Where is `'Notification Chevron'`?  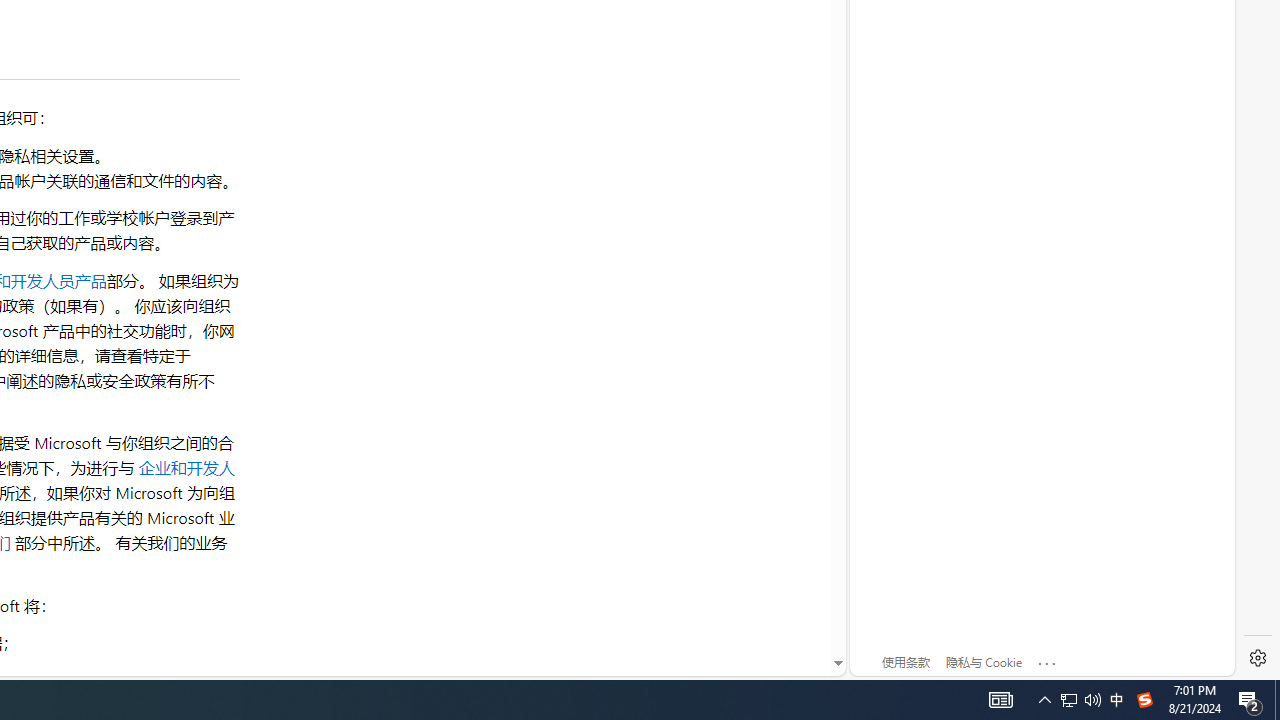
'Notification Chevron' is located at coordinates (1079, 698).